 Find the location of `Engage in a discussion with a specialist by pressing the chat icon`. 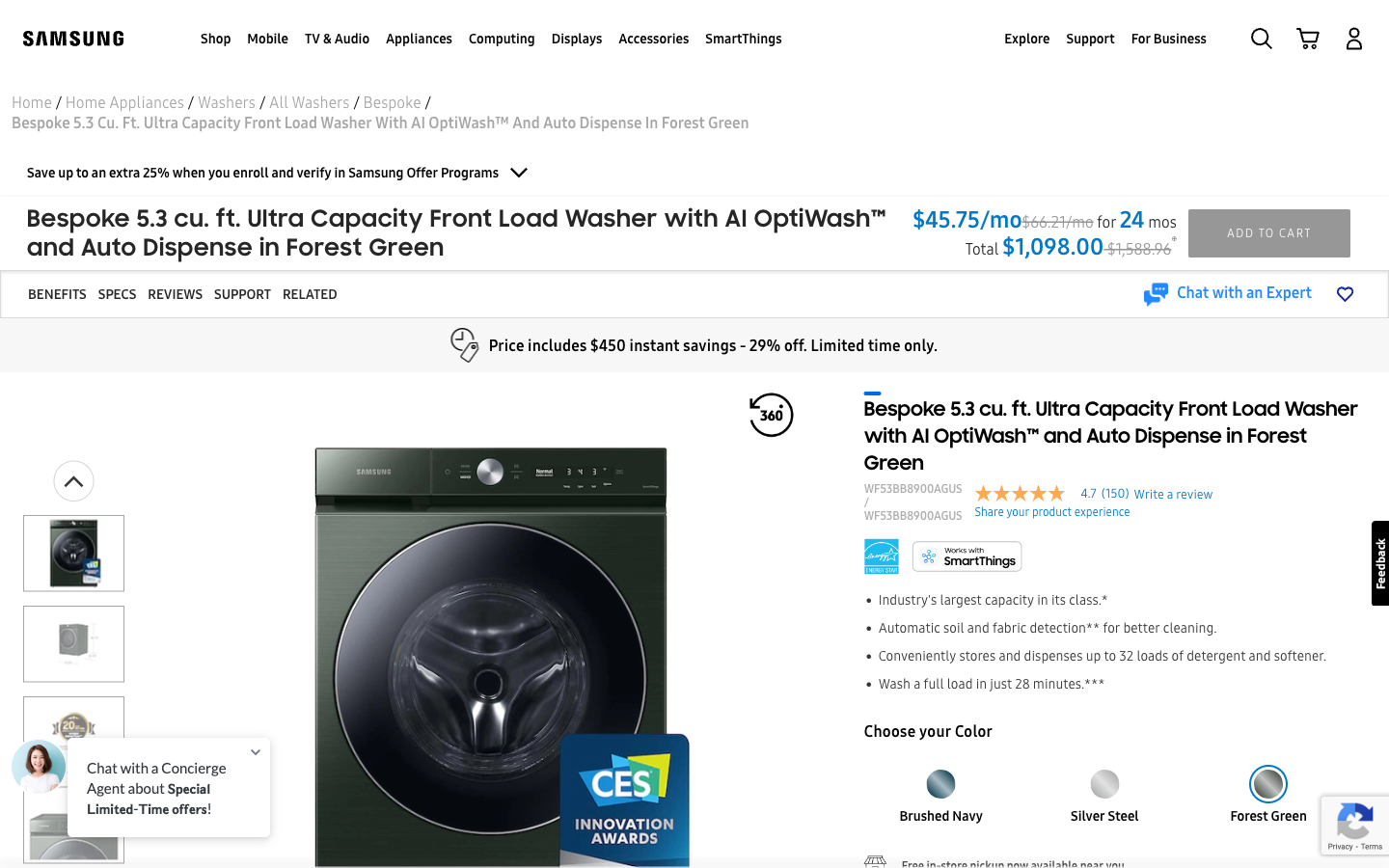

Engage in a discussion with a specialist by pressing the chat icon is located at coordinates (1227, 293).